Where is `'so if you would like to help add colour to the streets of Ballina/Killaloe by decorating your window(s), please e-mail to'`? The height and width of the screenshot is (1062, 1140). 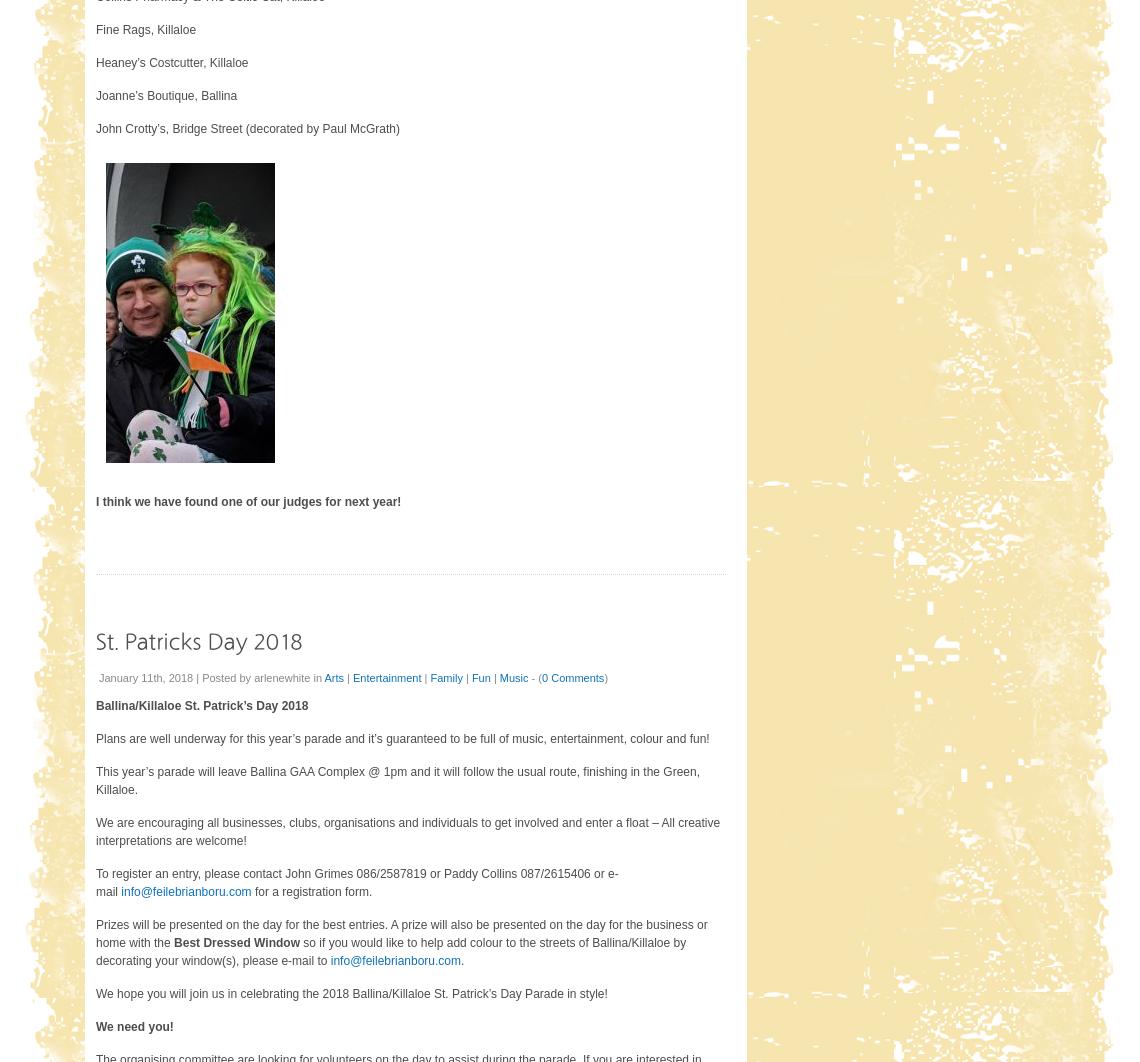
'so if you would like to help add colour to the streets of Ballina/Killaloe by decorating your window(s), please e-mail to' is located at coordinates (390, 950).